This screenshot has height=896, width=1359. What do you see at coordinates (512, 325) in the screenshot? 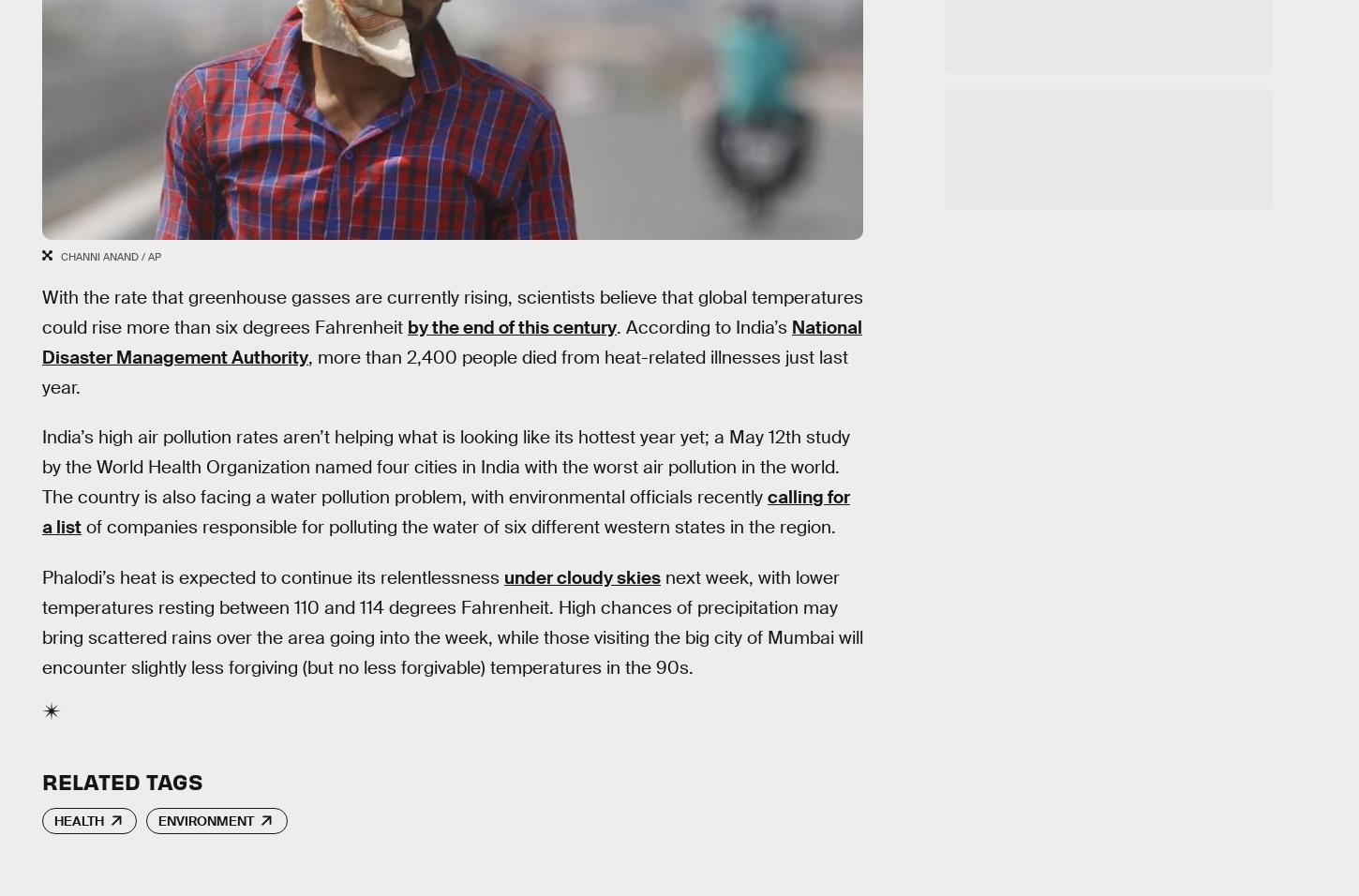
I see `'by the end of this century'` at bounding box center [512, 325].